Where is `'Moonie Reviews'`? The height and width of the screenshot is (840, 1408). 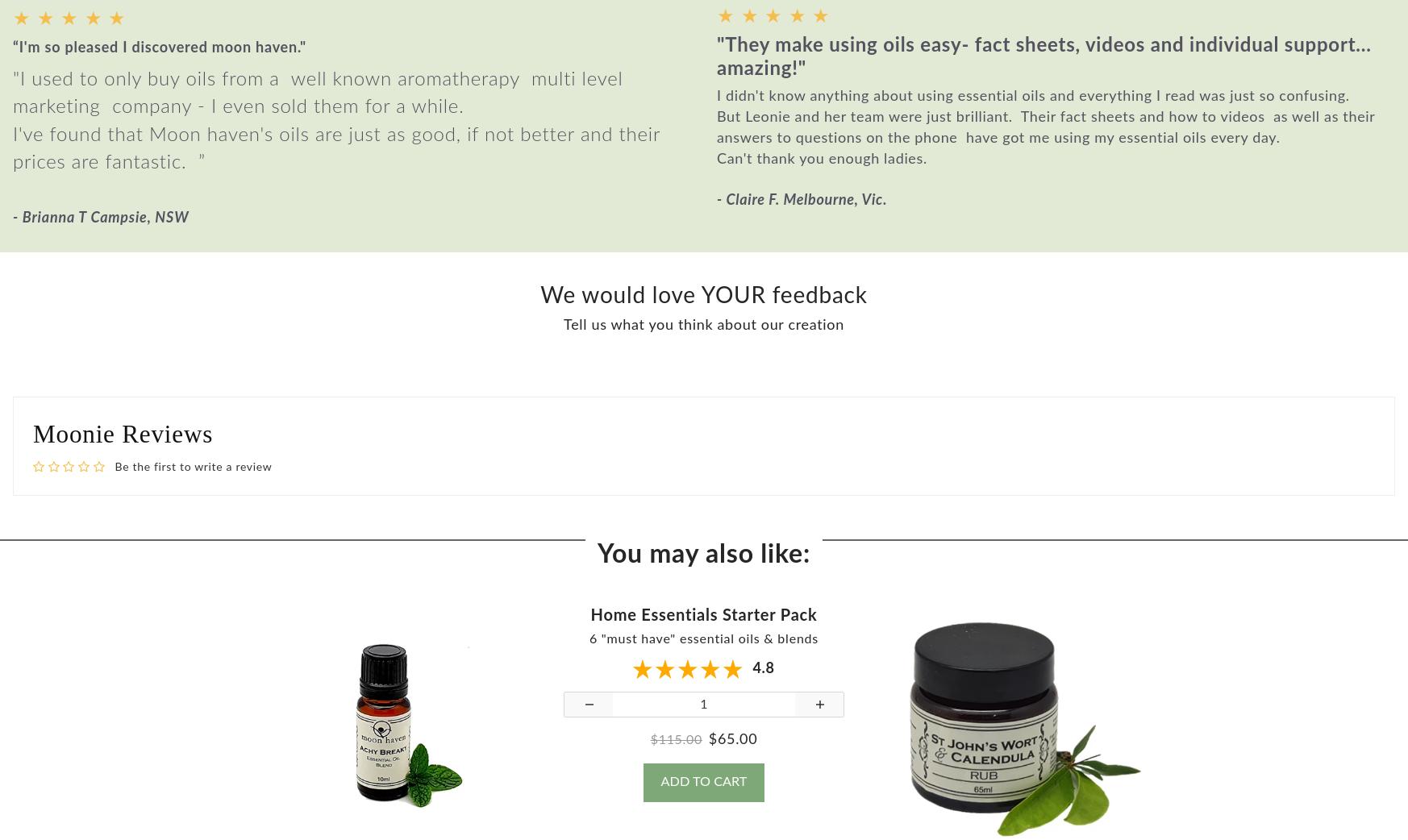
'Moonie Reviews' is located at coordinates (123, 445).